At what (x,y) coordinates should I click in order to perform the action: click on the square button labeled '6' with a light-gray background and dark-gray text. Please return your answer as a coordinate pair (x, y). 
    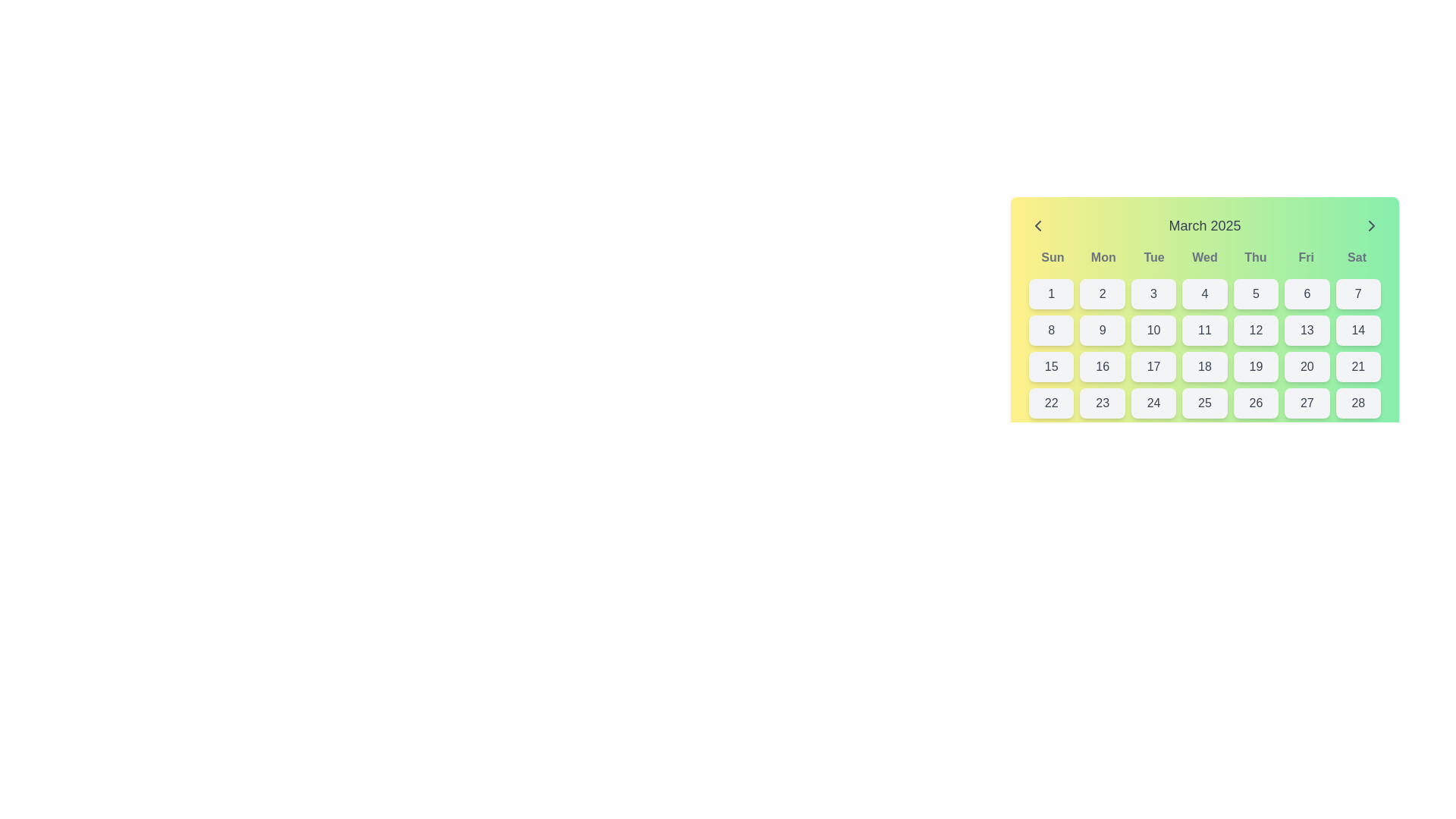
    Looking at the image, I should click on (1306, 294).